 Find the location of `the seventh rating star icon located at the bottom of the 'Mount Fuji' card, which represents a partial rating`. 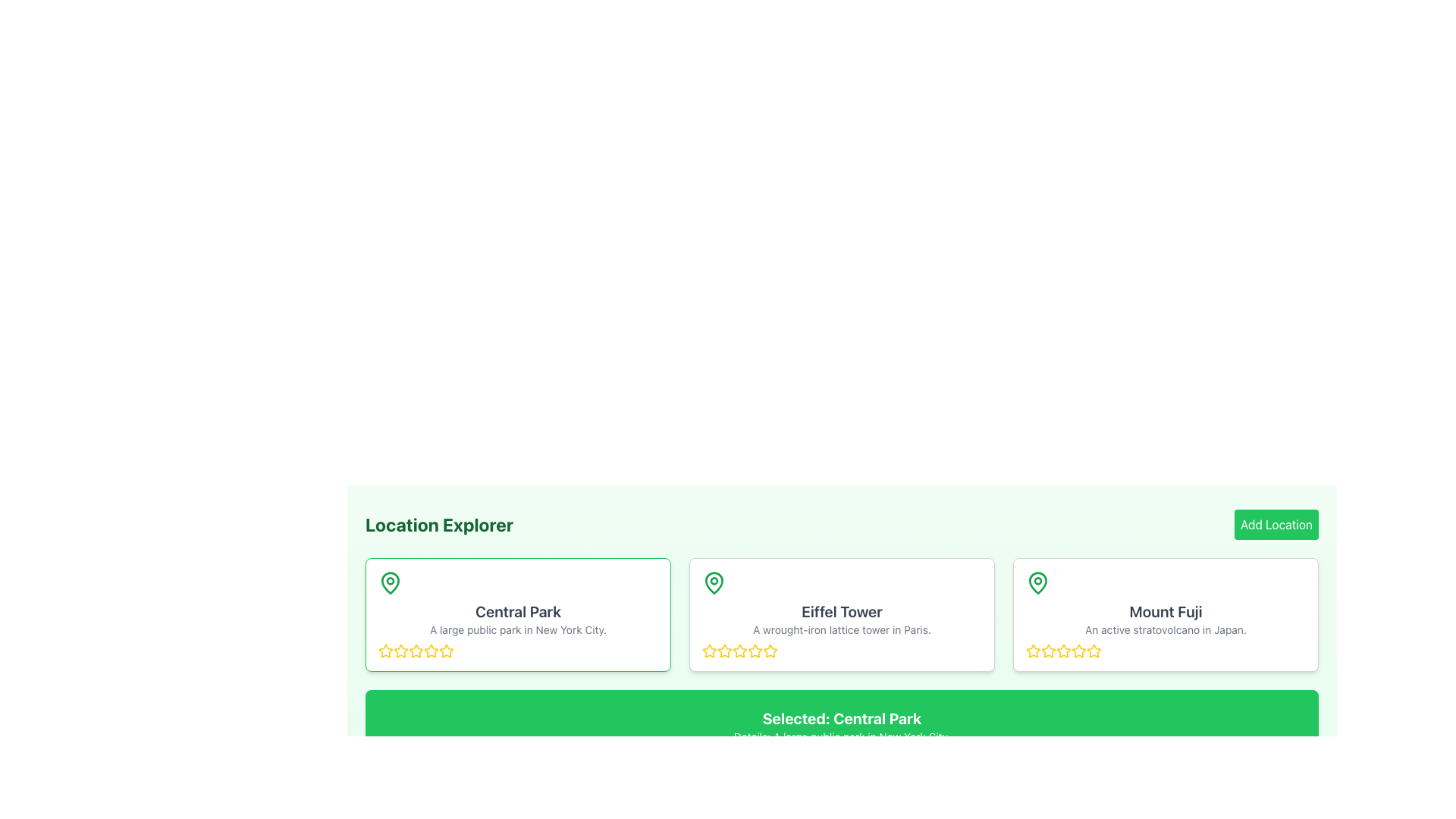

the seventh rating star icon located at the bottom of the 'Mount Fuji' card, which represents a partial rating is located at coordinates (1094, 651).